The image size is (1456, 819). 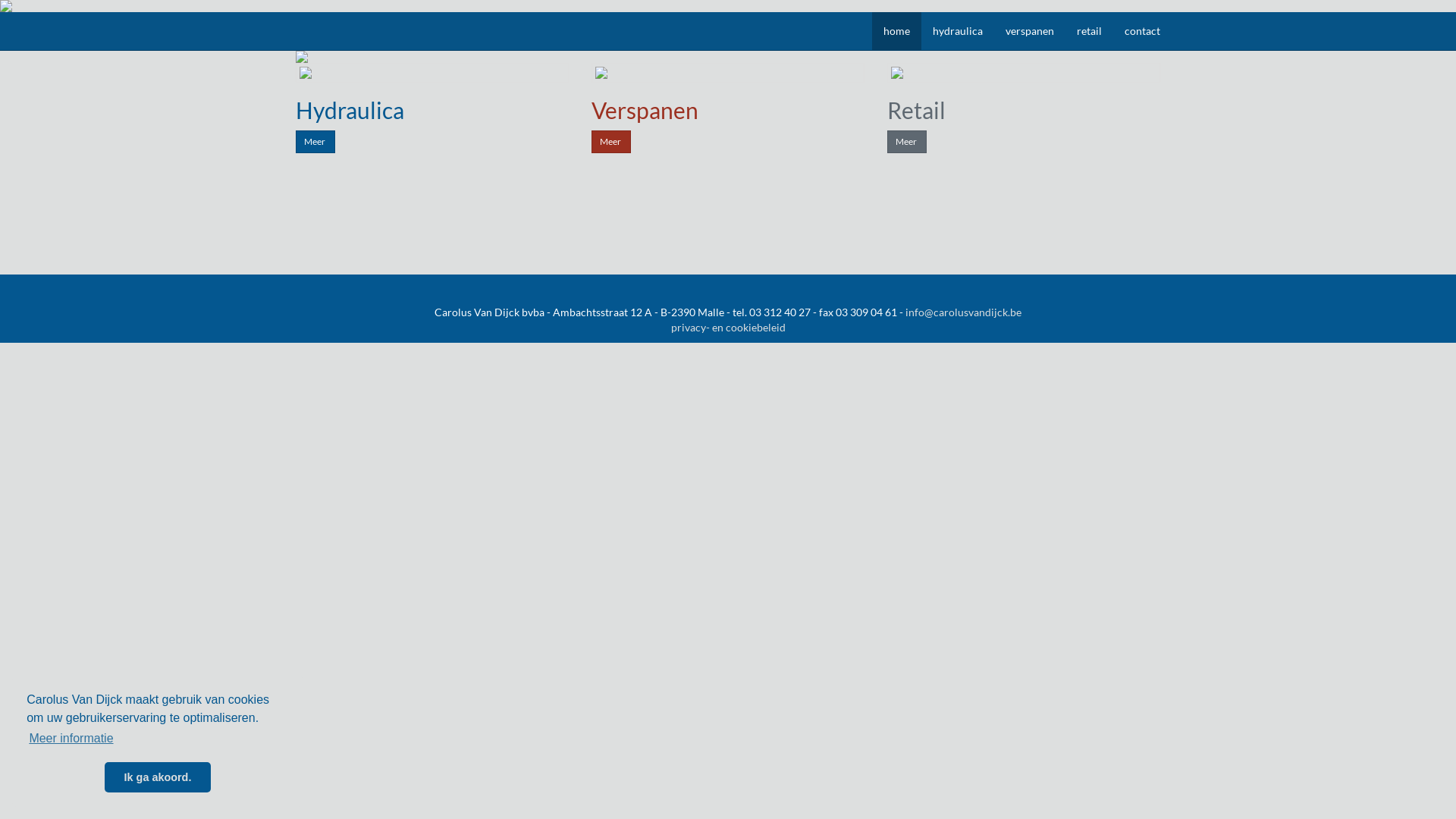 I want to click on 'Ik ga akoord.', so click(x=157, y=777).